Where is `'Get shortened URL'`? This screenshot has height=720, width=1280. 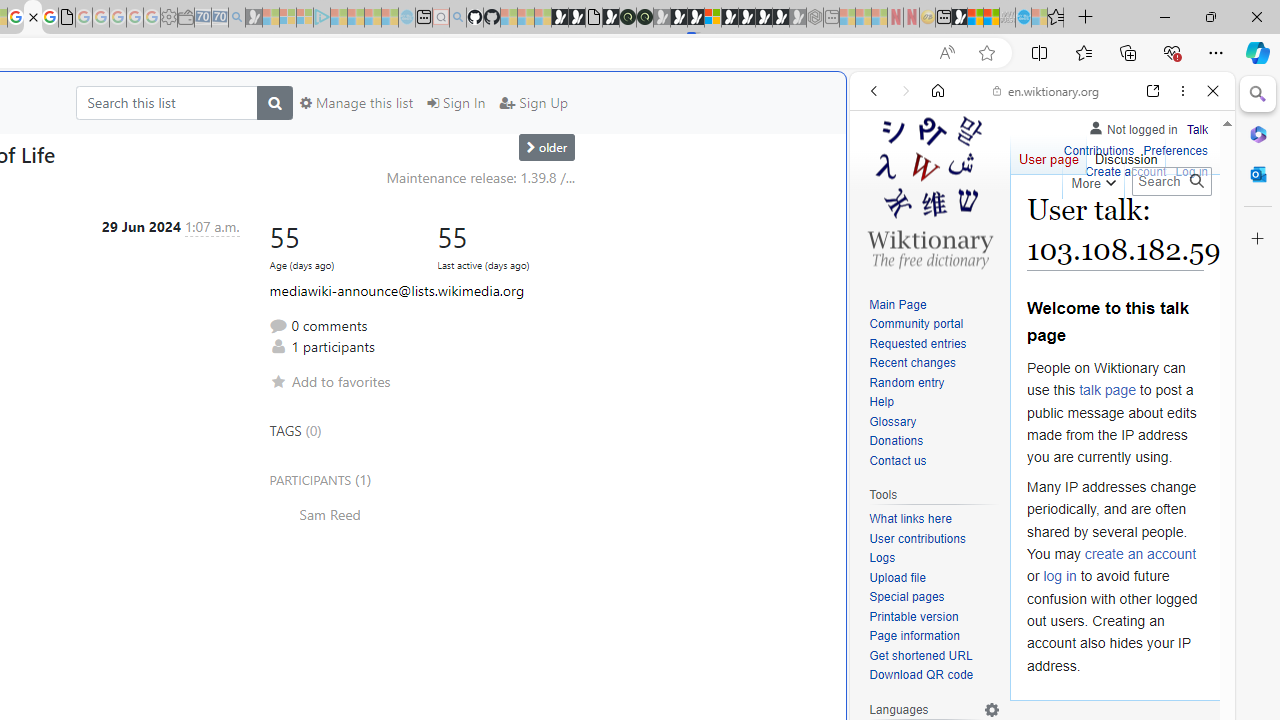 'Get shortened URL' is located at coordinates (919, 655).